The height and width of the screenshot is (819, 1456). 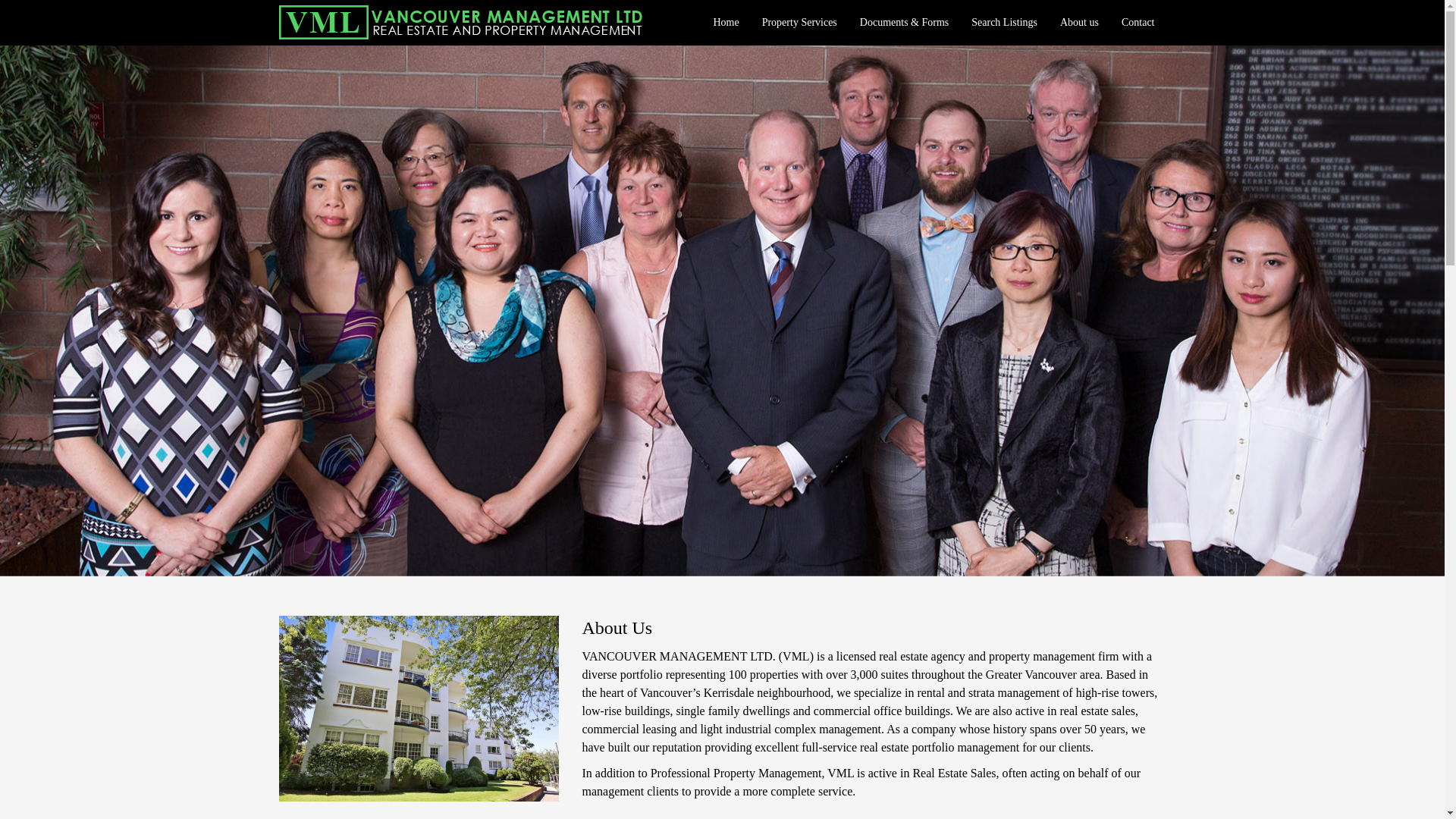 I want to click on 'About us', so click(x=1078, y=23).